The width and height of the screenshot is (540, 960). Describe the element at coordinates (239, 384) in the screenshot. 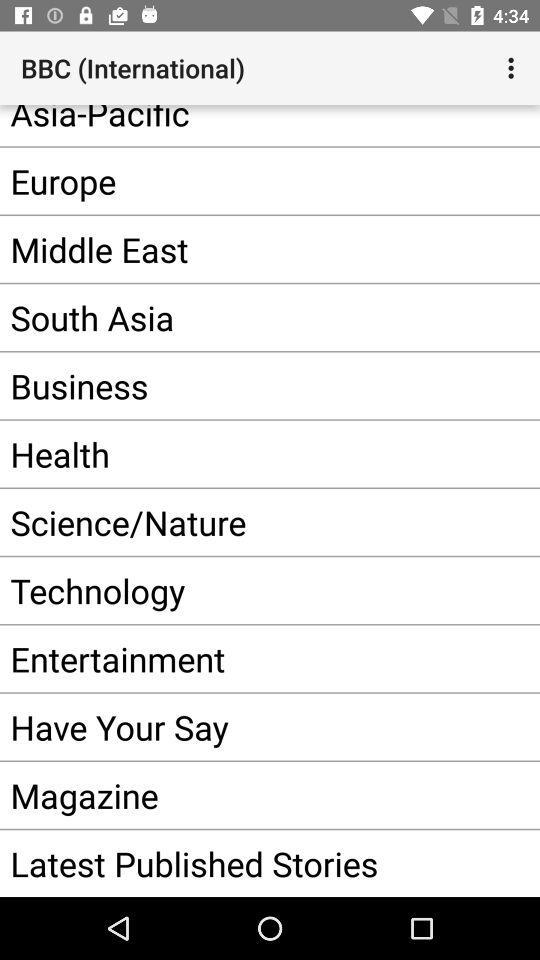

I see `the business icon` at that location.